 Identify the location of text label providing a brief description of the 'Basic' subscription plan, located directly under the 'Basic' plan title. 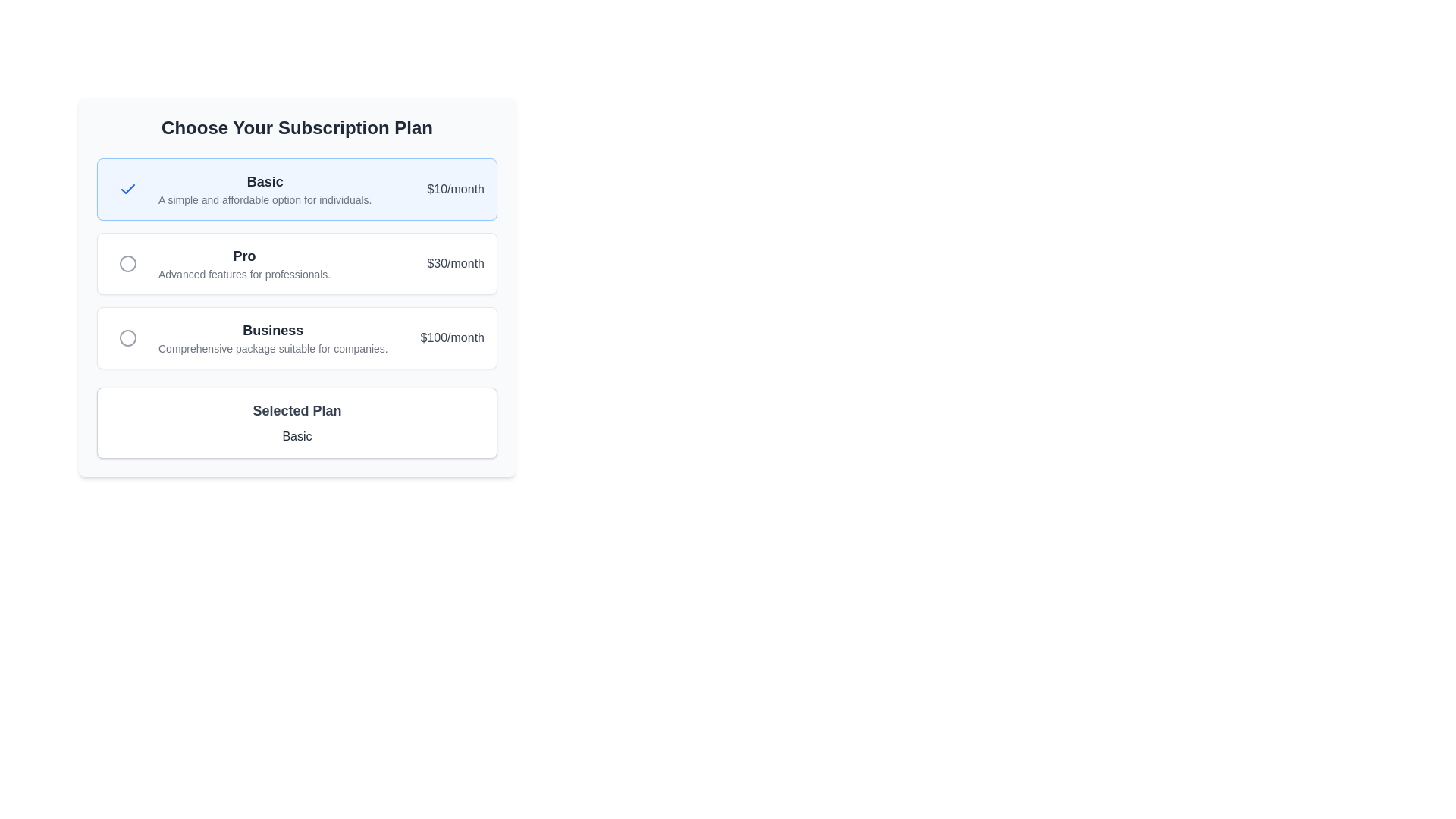
(265, 199).